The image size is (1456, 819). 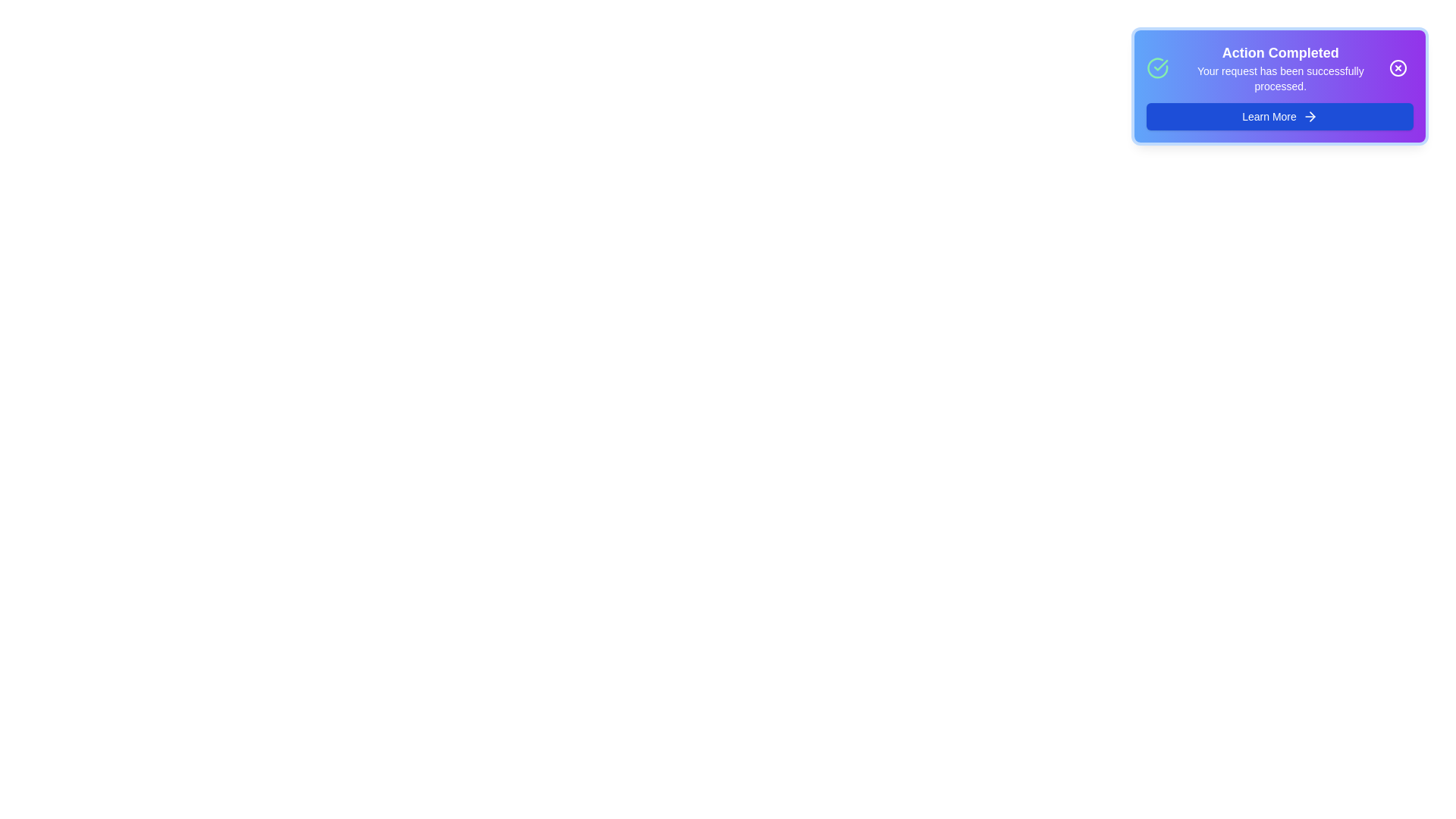 What do you see at coordinates (1279, 116) in the screenshot?
I see `the 'Learn More' button to navigate to additional information` at bounding box center [1279, 116].